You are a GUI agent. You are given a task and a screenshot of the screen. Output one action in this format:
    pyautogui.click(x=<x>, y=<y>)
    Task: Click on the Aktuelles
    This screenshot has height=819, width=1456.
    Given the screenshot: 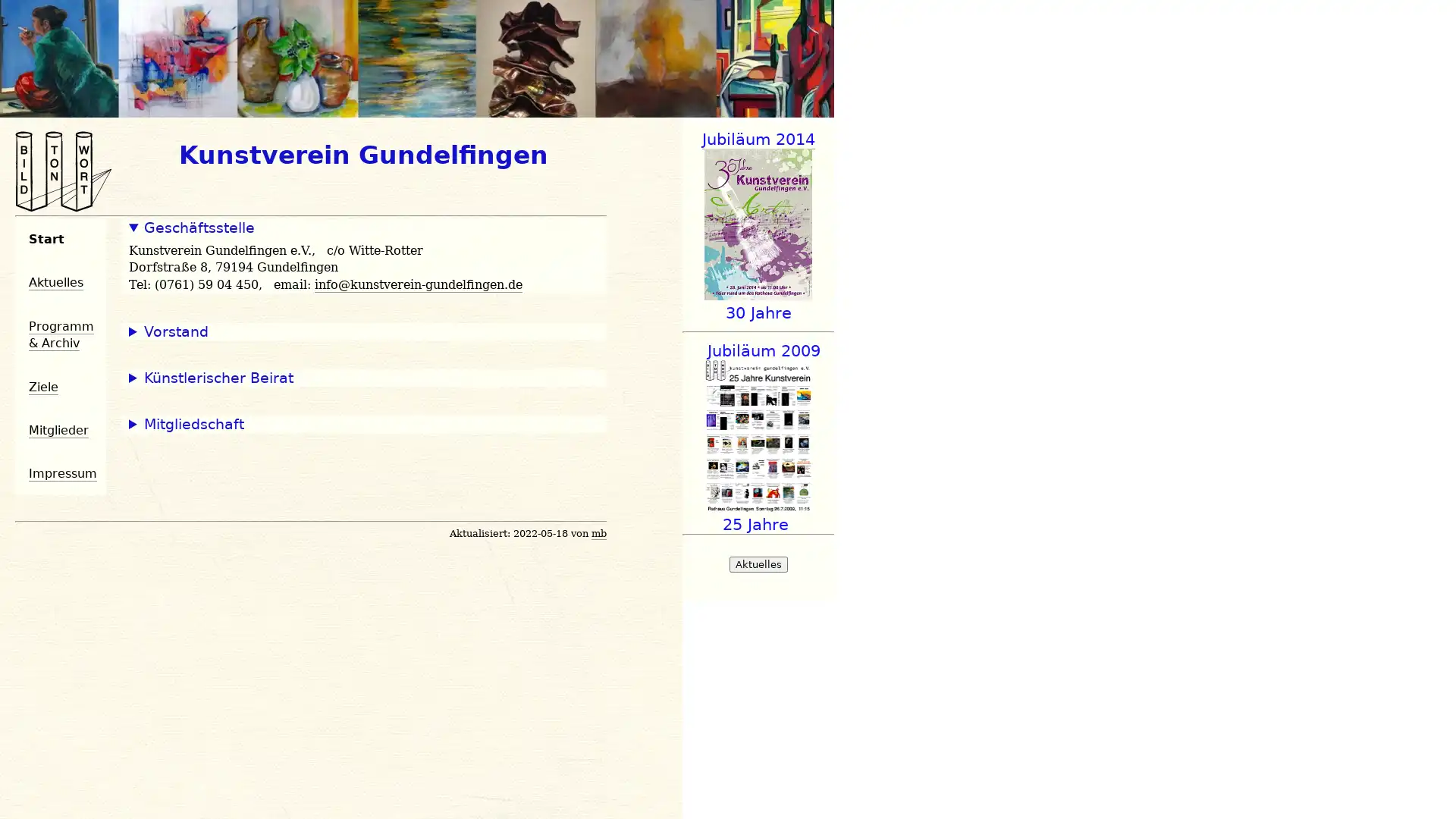 What is the action you would take?
    pyautogui.click(x=758, y=564)
    